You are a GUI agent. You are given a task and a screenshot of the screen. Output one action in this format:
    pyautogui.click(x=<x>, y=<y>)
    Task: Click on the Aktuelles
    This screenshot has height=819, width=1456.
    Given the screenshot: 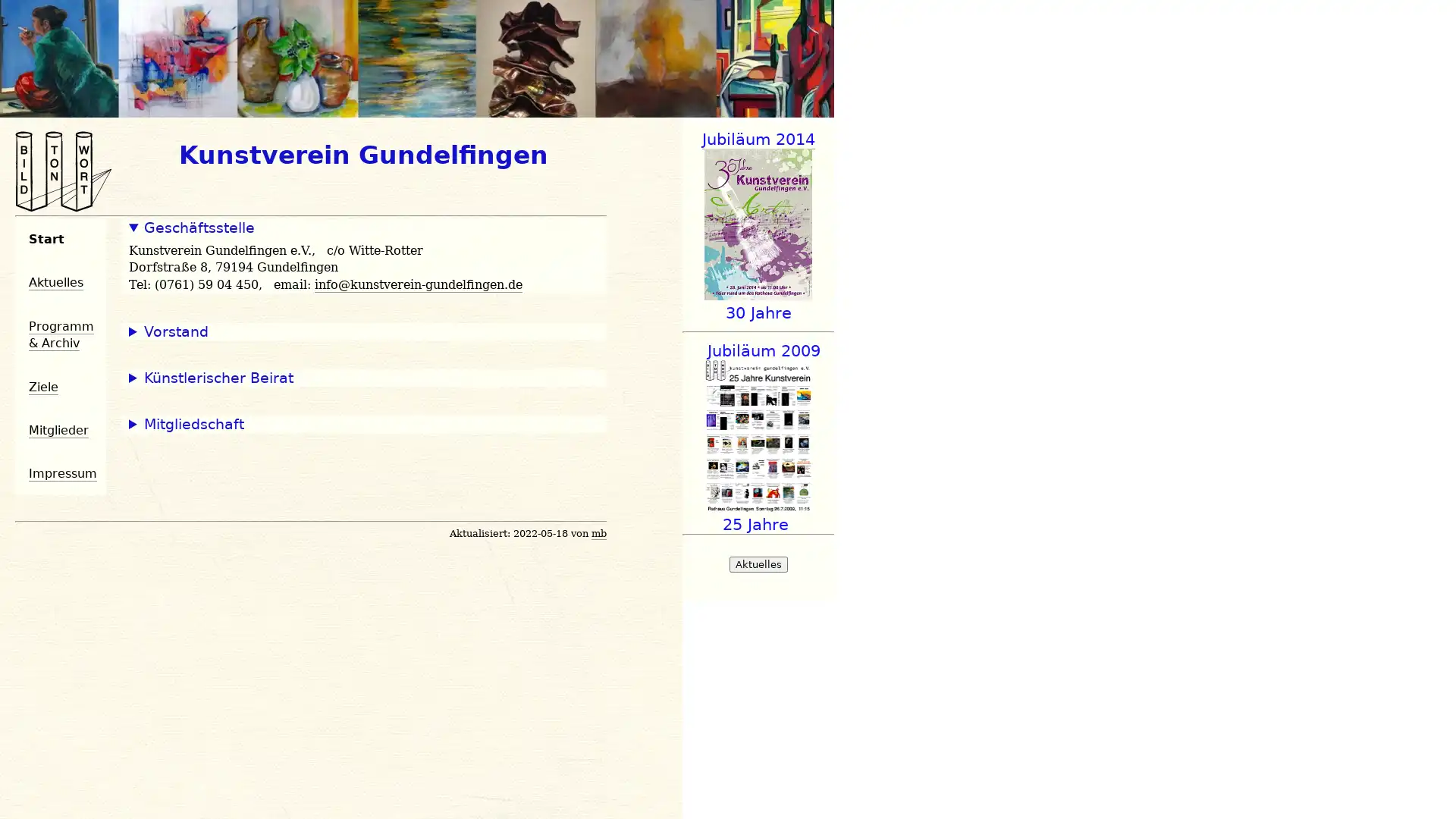 What is the action you would take?
    pyautogui.click(x=758, y=564)
    